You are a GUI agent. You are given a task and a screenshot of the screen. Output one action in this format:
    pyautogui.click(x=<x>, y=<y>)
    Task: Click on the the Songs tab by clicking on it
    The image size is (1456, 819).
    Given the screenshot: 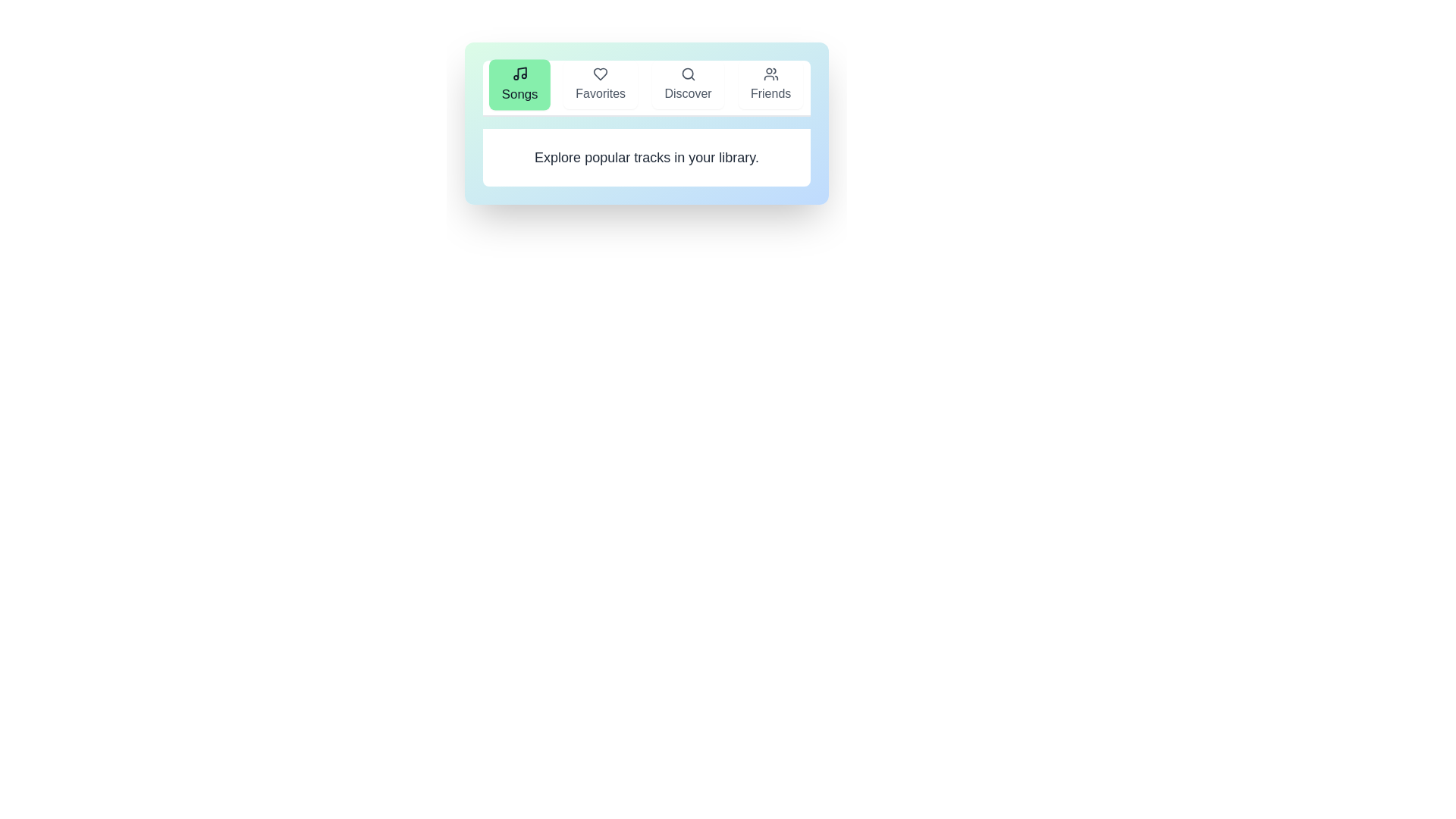 What is the action you would take?
    pyautogui.click(x=519, y=84)
    